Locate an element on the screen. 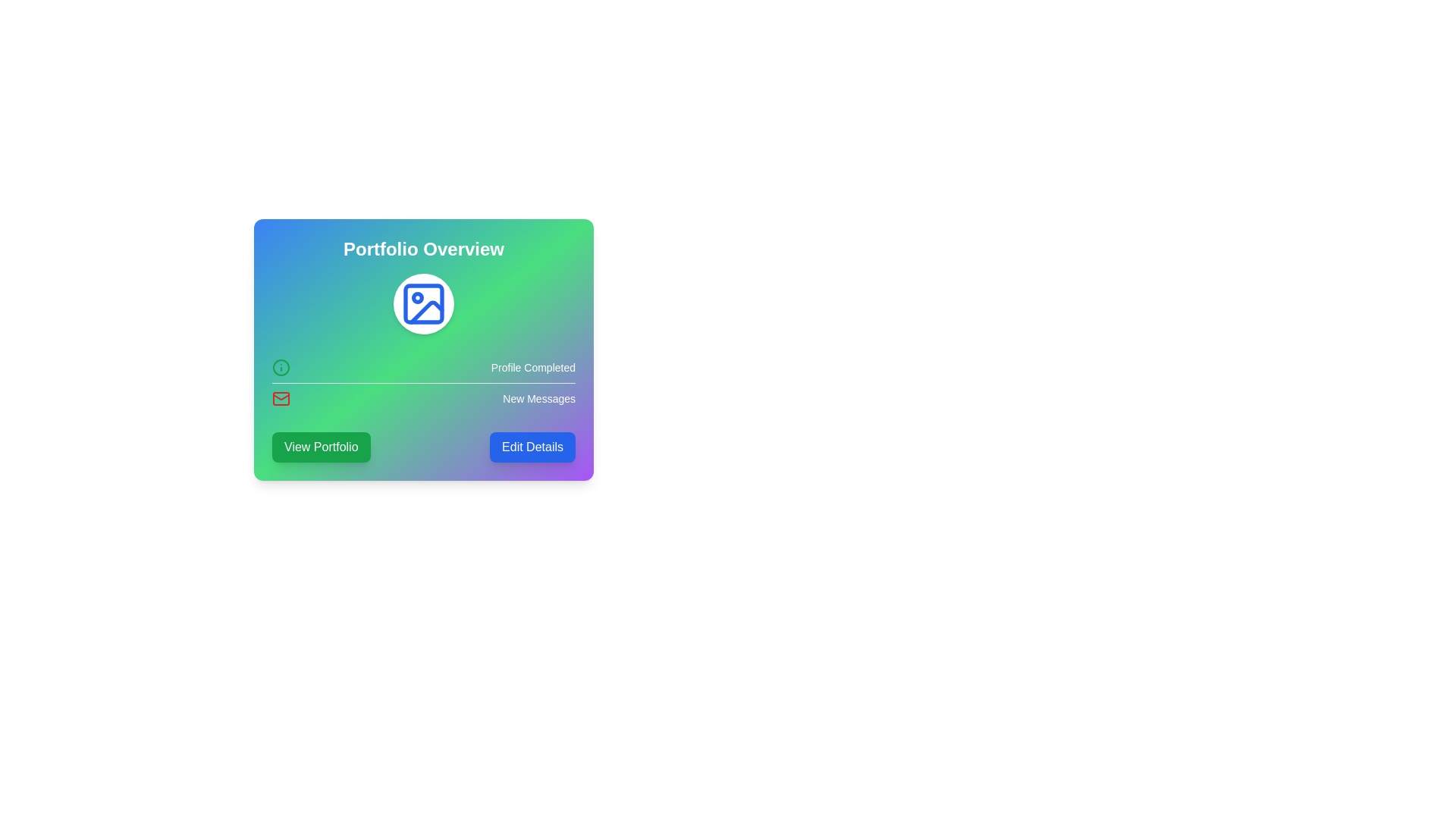  the triangular shape of the landscape icon located in the lower right section of the 'Portfolio Overview' card icon is located at coordinates (425, 312).